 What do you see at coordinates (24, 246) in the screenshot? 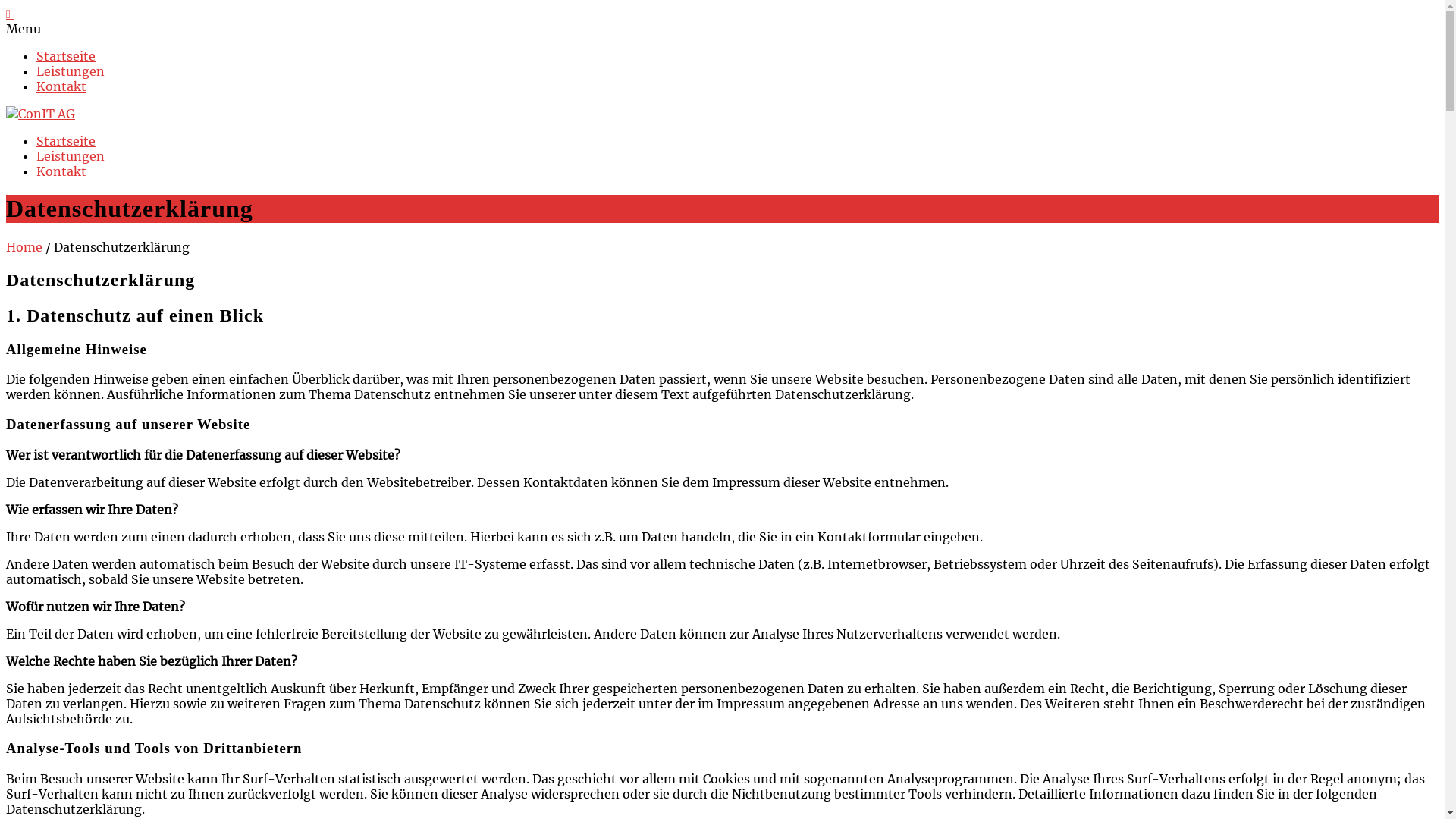
I see `'Home'` at bounding box center [24, 246].